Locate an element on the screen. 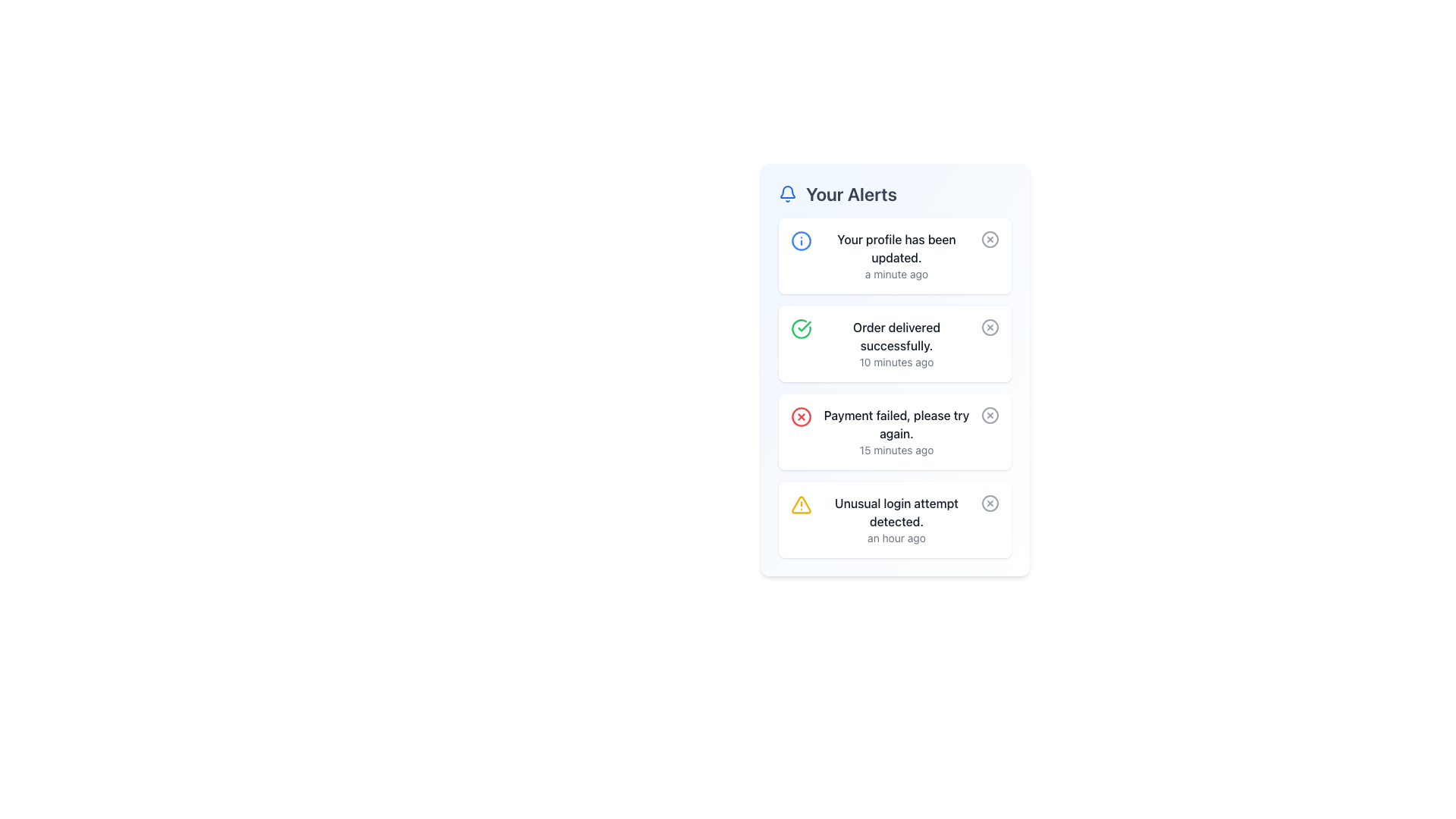 This screenshot has height=819, width=1456. the vector graphic circle that serves as a close or dismiss button for the first alert in the alerts list, which is located to the far-right of the alert item is located at coordinates (990, 239).